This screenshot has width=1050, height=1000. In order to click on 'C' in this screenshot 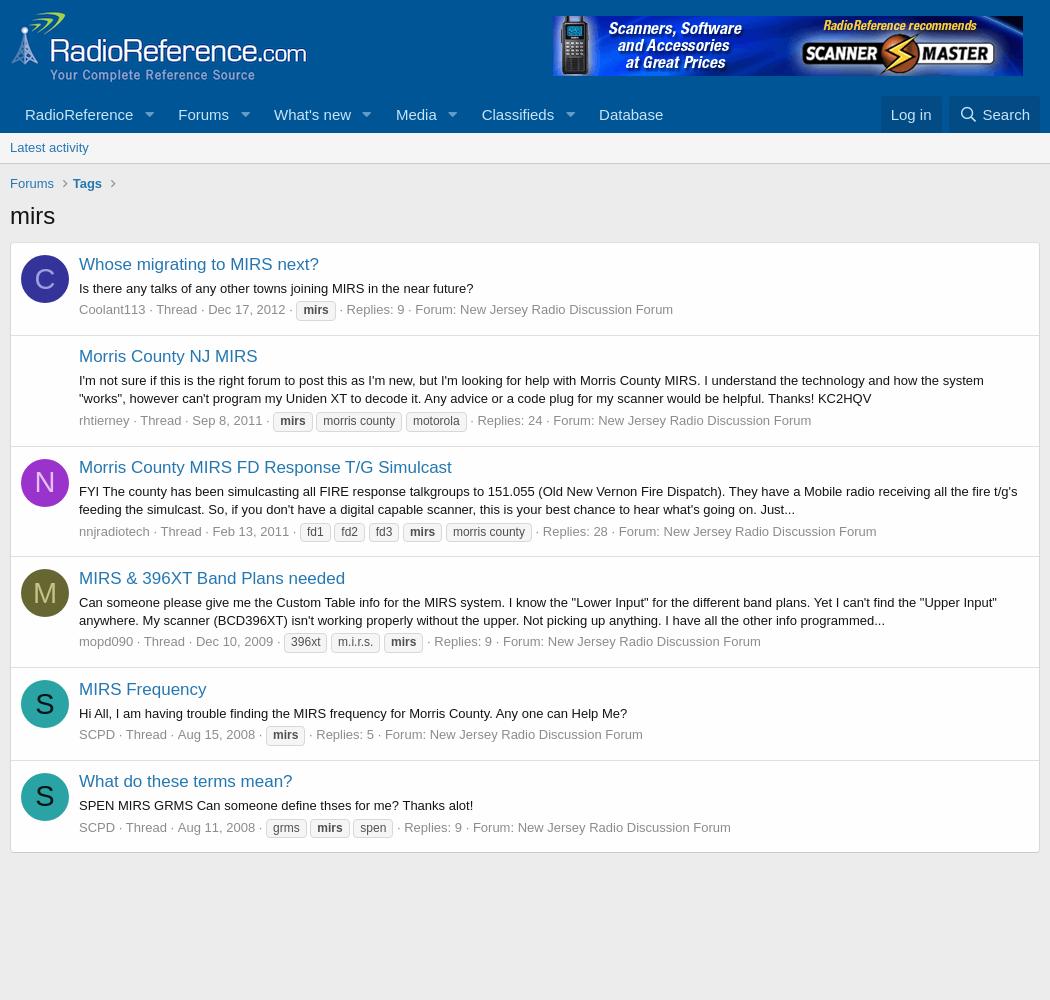, I will do `click(34, 278)`.